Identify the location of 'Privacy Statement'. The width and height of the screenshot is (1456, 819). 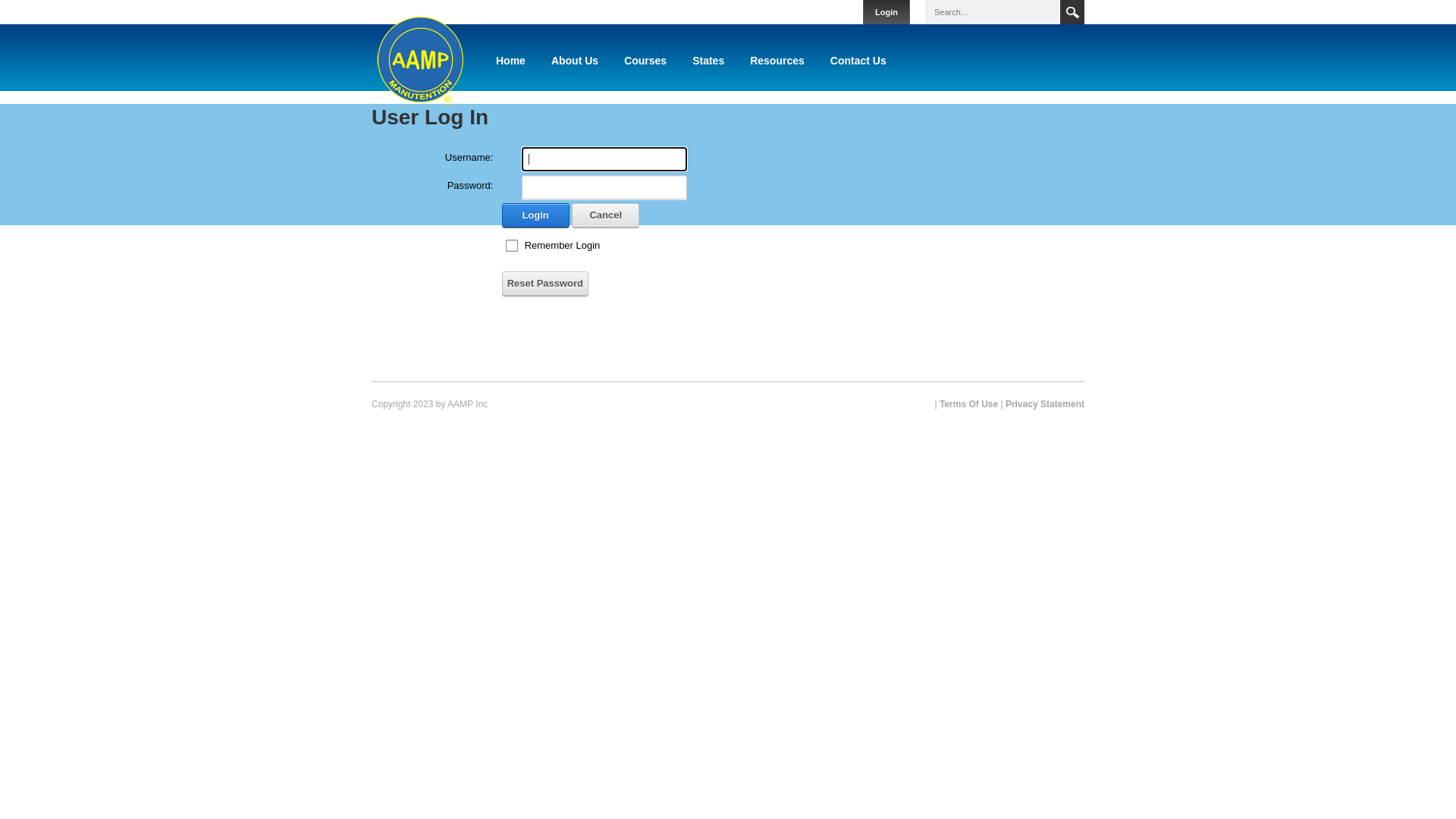
(1043, 403).